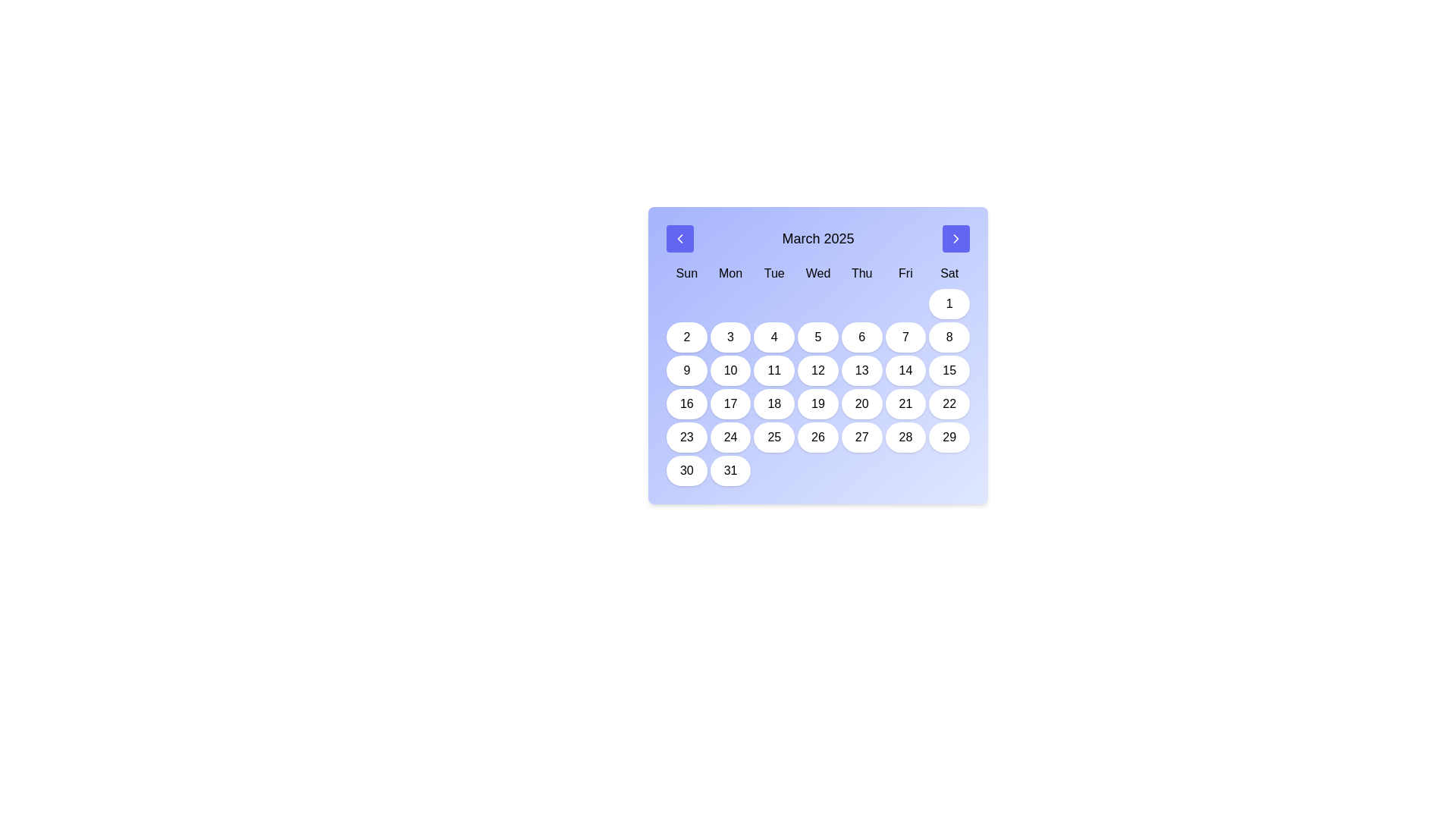 The width and height of the screenshot is (1456, 819). Describe the element at coordinates (730, 403) in the screenshot. I see `the circular button labeled '17'` at that location.